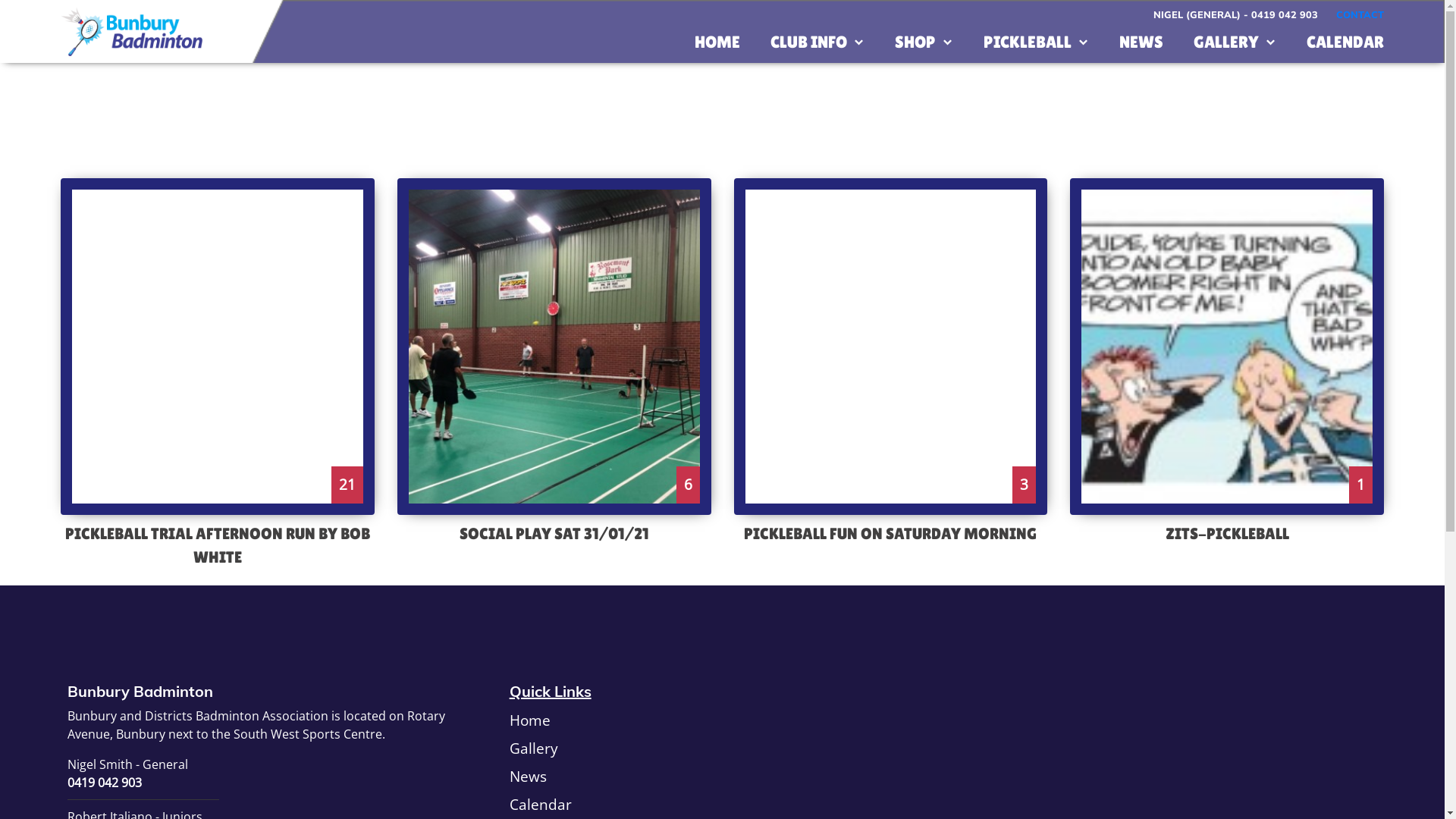 The height and width of the screenshot is (819, 1456). What do you see at coordinates (1335, 14) in the screenshot?
I see `'CONTACT'` at bounding box center [1335, 14].